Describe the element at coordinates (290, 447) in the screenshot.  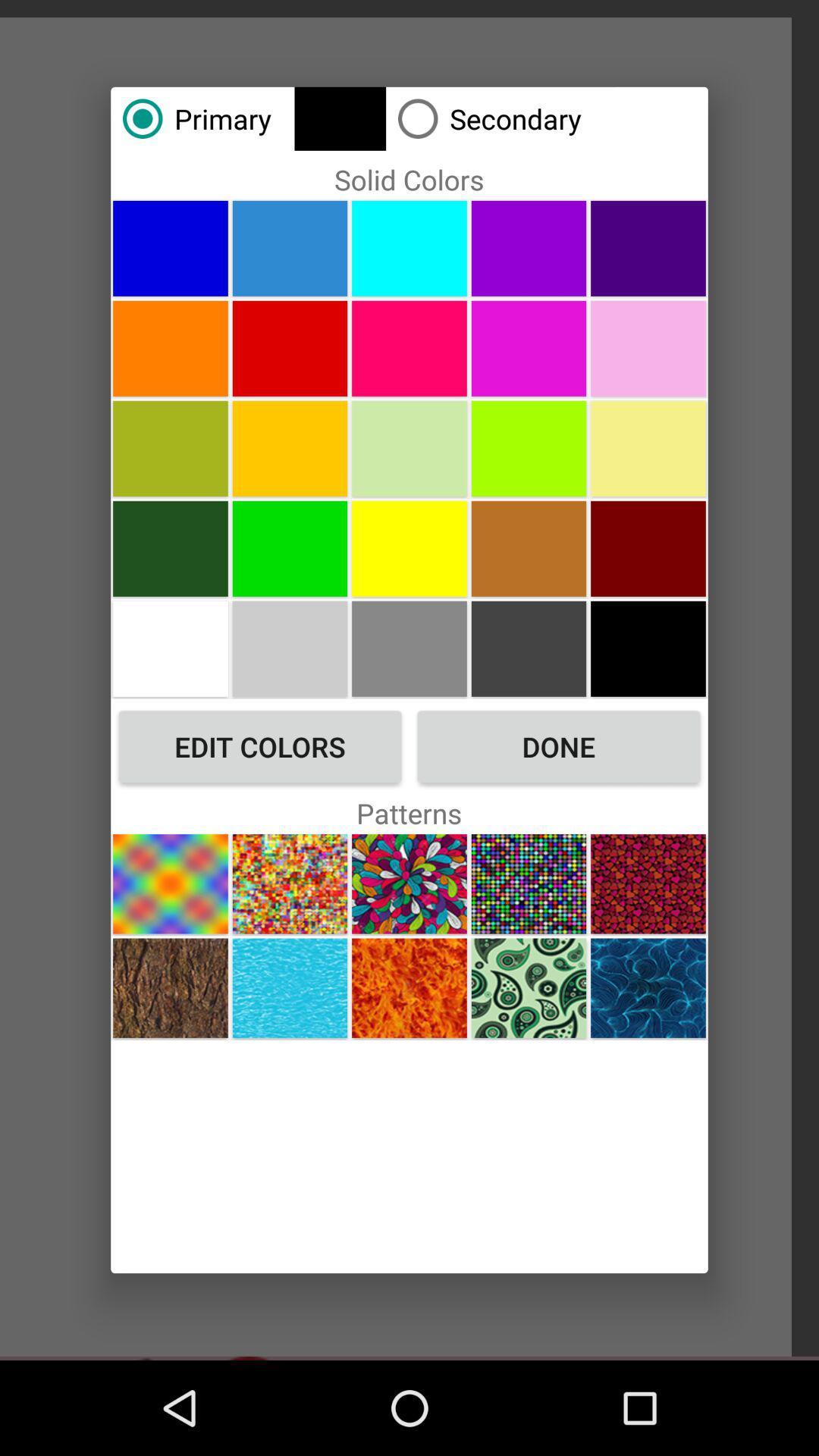
I see `showing colour options` at that location.